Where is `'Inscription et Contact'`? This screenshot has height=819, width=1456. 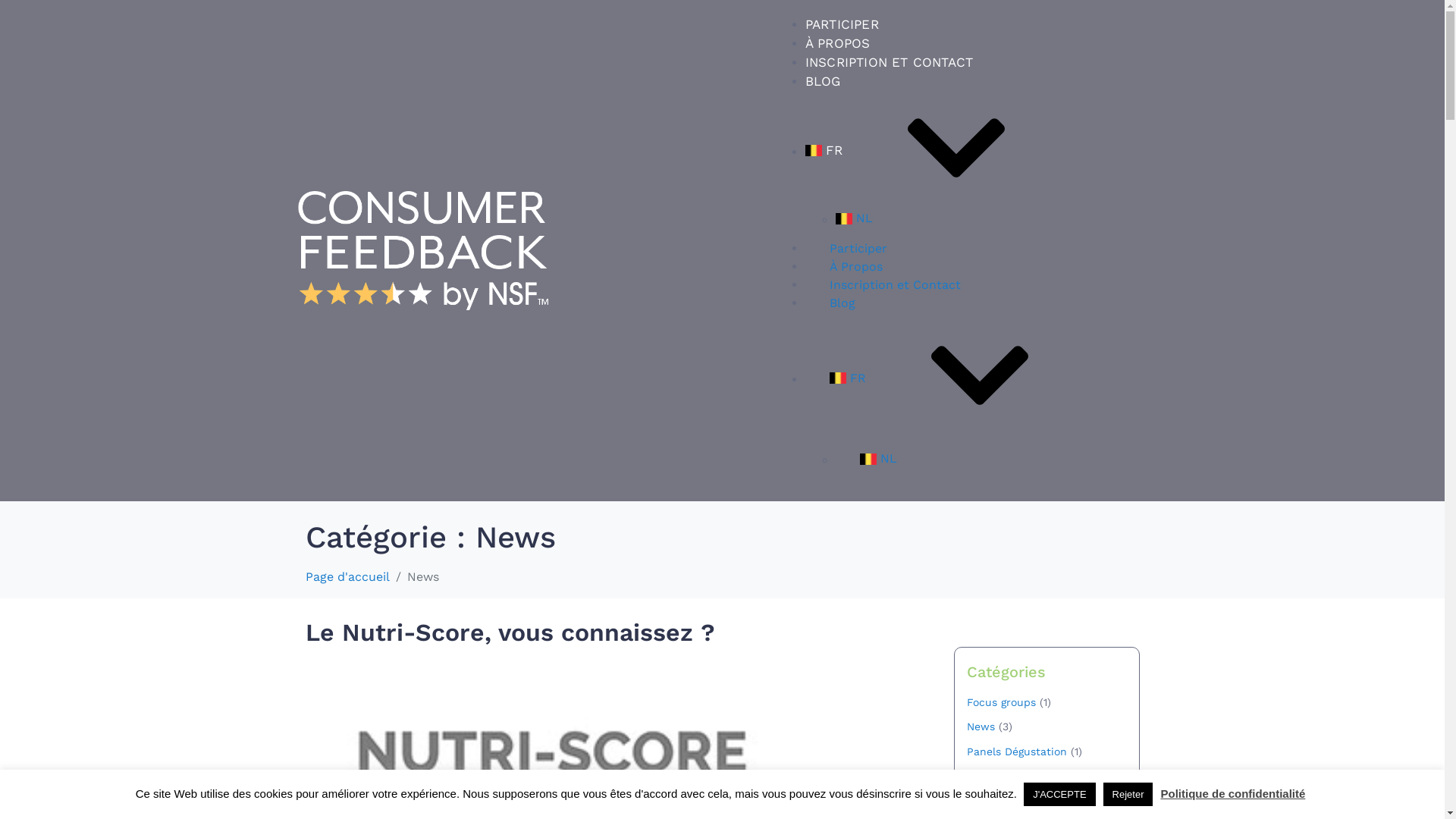
'Inscription et Contact' is located at coordinates (895, 284).